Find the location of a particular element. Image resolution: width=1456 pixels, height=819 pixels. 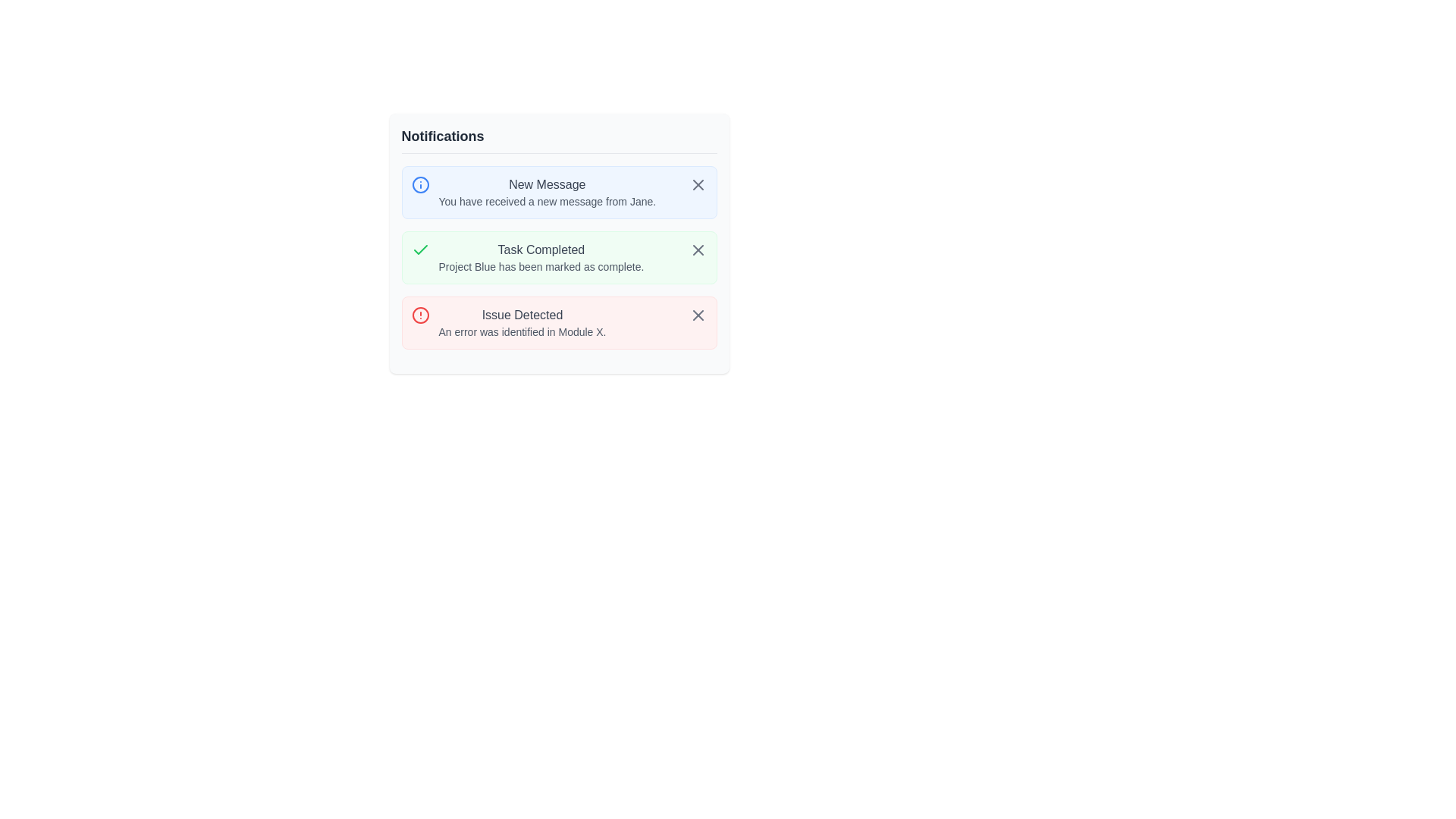

the task completion icon located in the second notification with a green background and the text 'Task Completed' is located at coordinates (420, 249).